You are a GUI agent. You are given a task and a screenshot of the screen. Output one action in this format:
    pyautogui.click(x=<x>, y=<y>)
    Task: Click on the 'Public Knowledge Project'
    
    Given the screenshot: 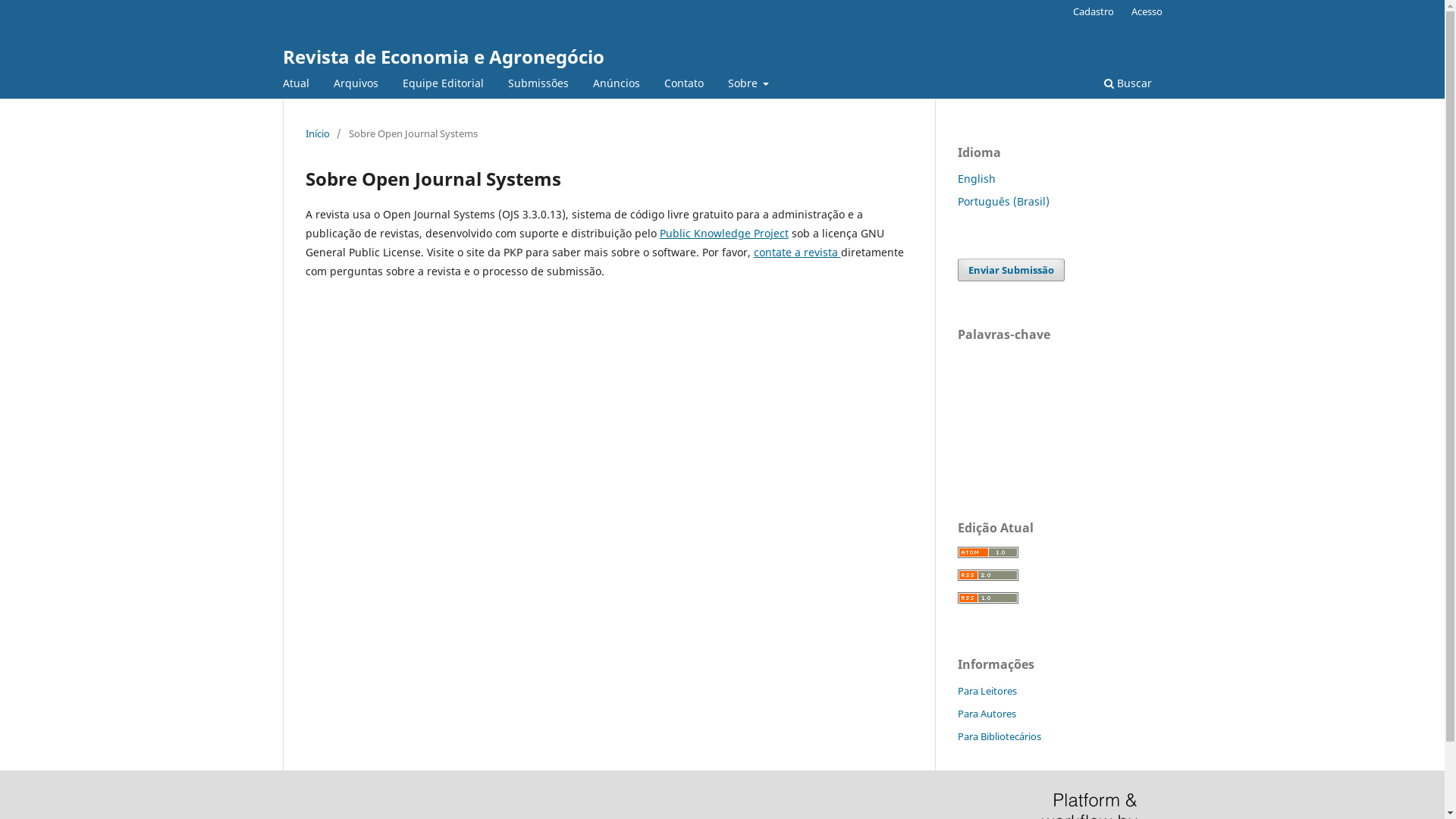 What is the action you would take?
    pyautogui.click(x=659, y=233)
    